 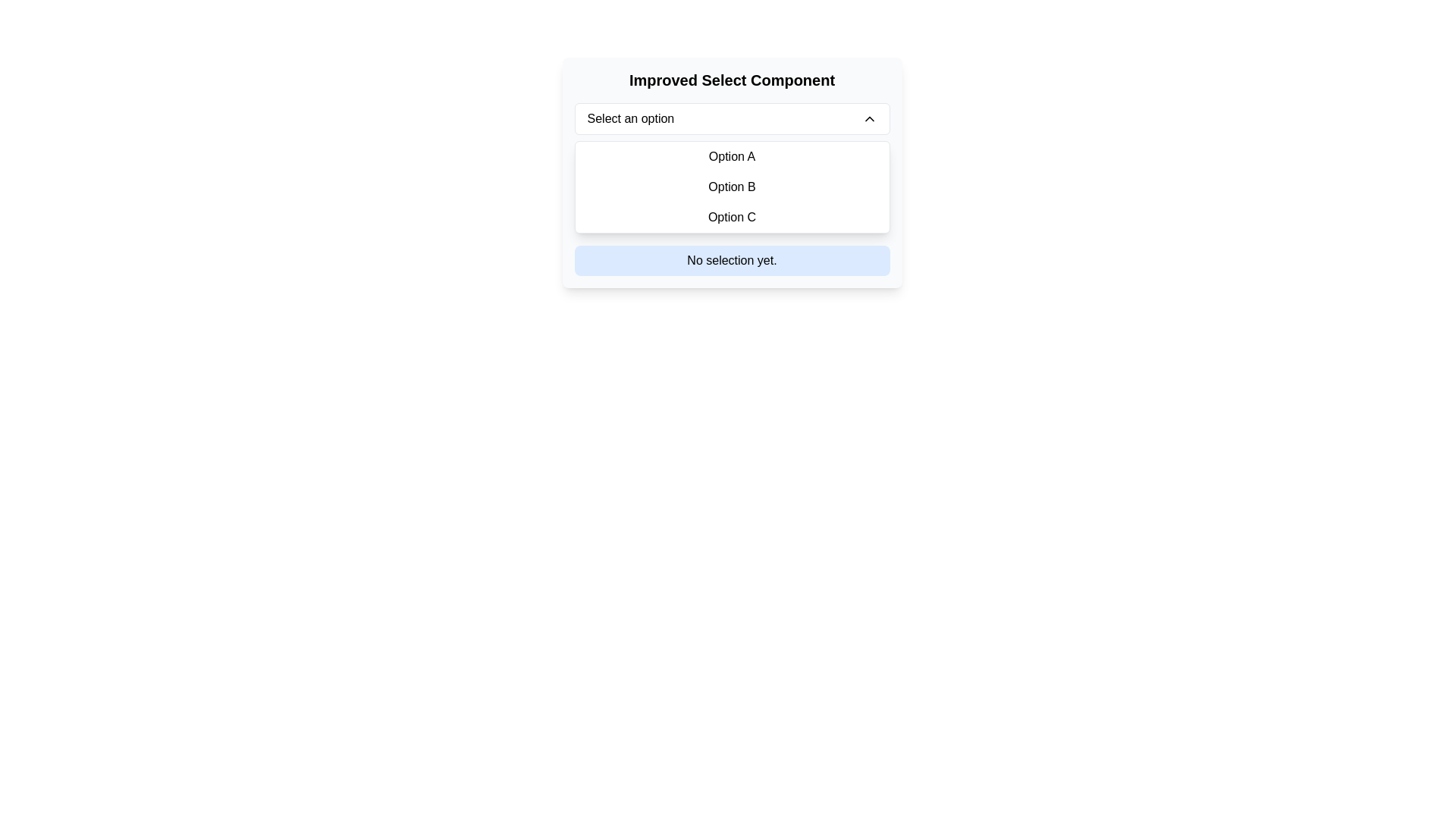 I want to click on the blue-colored notification box that displays the text 'No selection yet.' located within the 'Improved Select Component' panel, so click(x=732, y=259).